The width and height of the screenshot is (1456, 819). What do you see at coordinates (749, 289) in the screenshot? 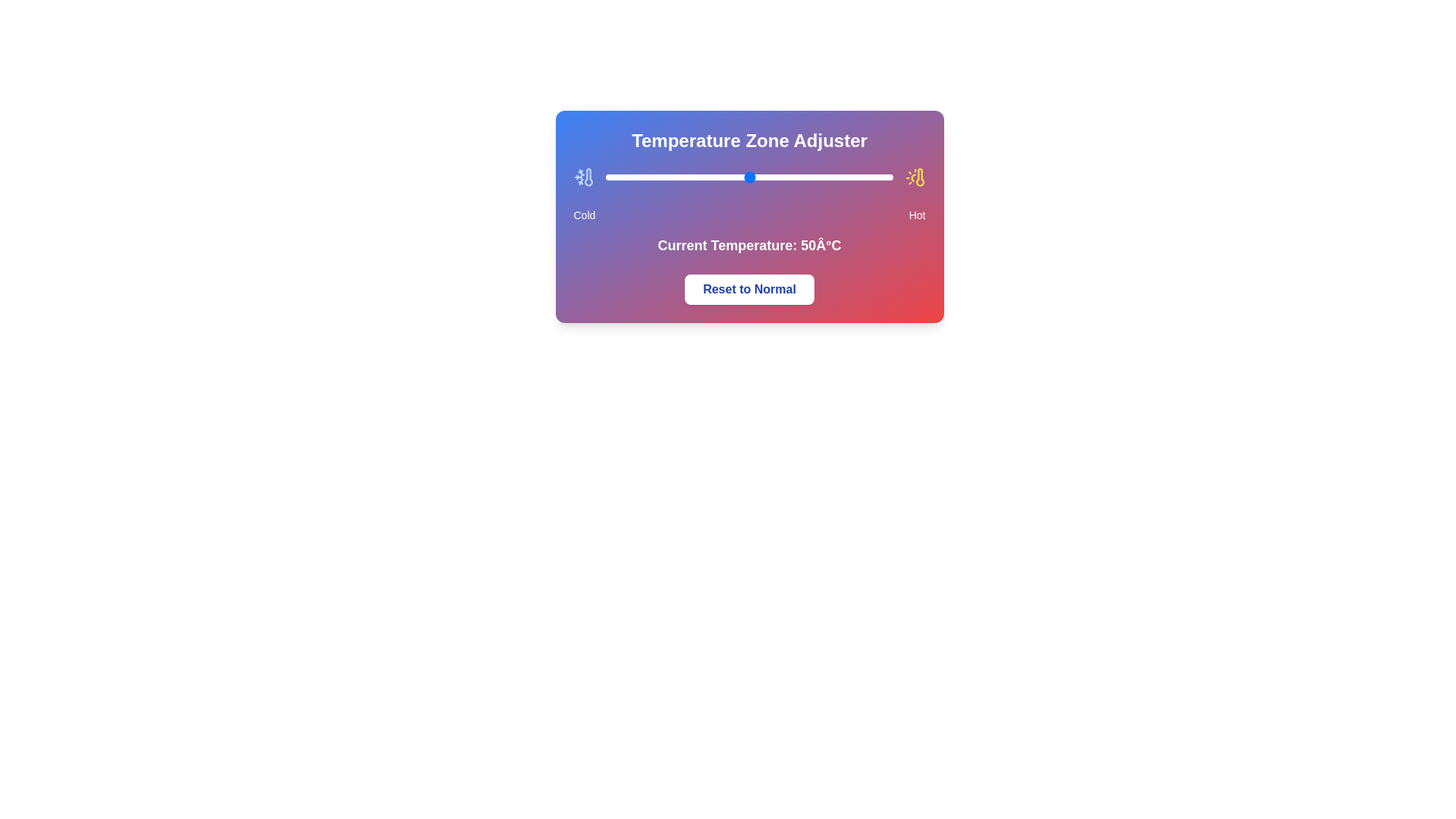
I see `'Reset to Normal' button to reset the temperature to its default value` at bounding box center [749, 289].